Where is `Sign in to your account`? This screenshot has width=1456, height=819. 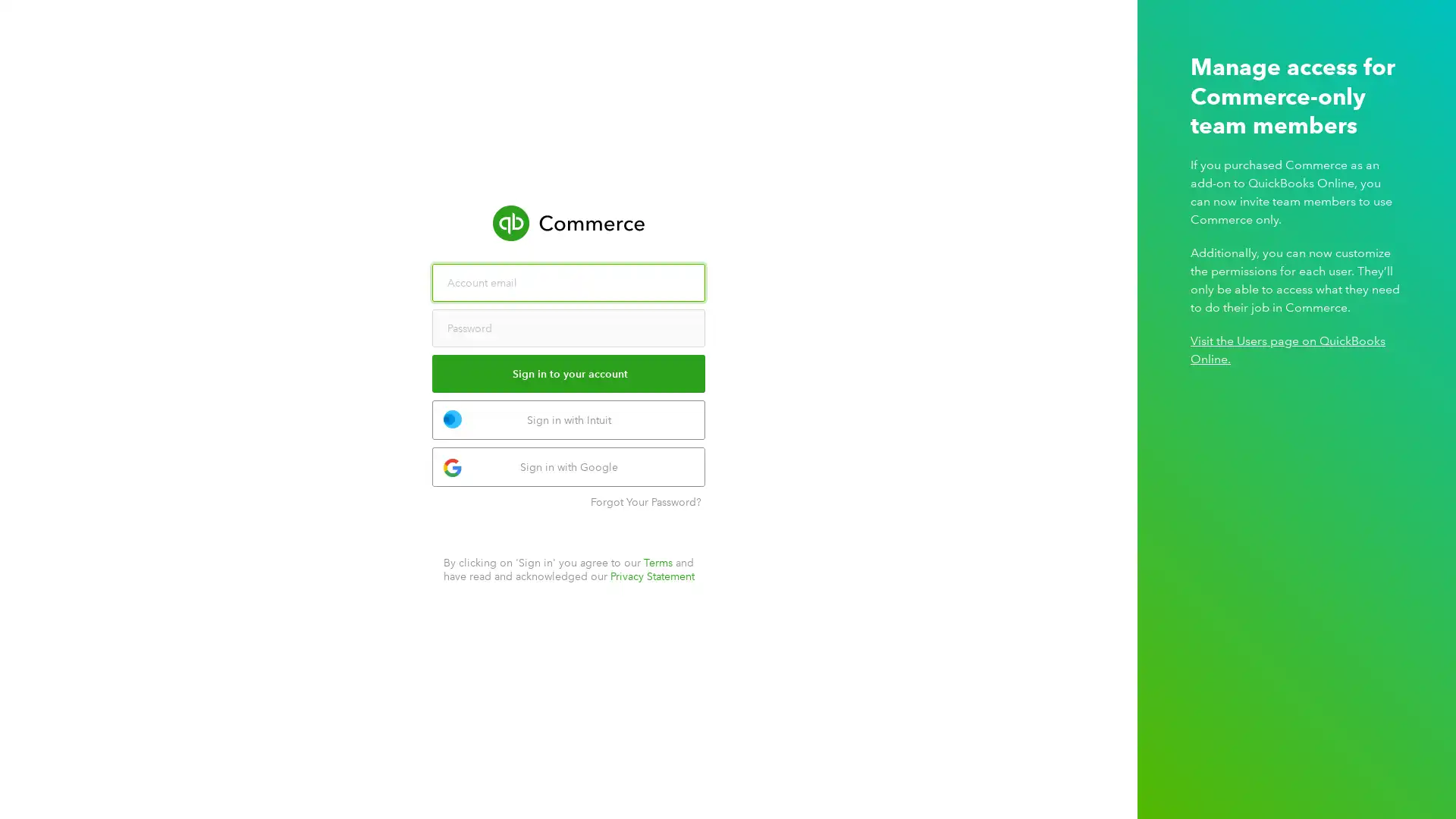 Sign in to your account is located at coordinates (567, 374).